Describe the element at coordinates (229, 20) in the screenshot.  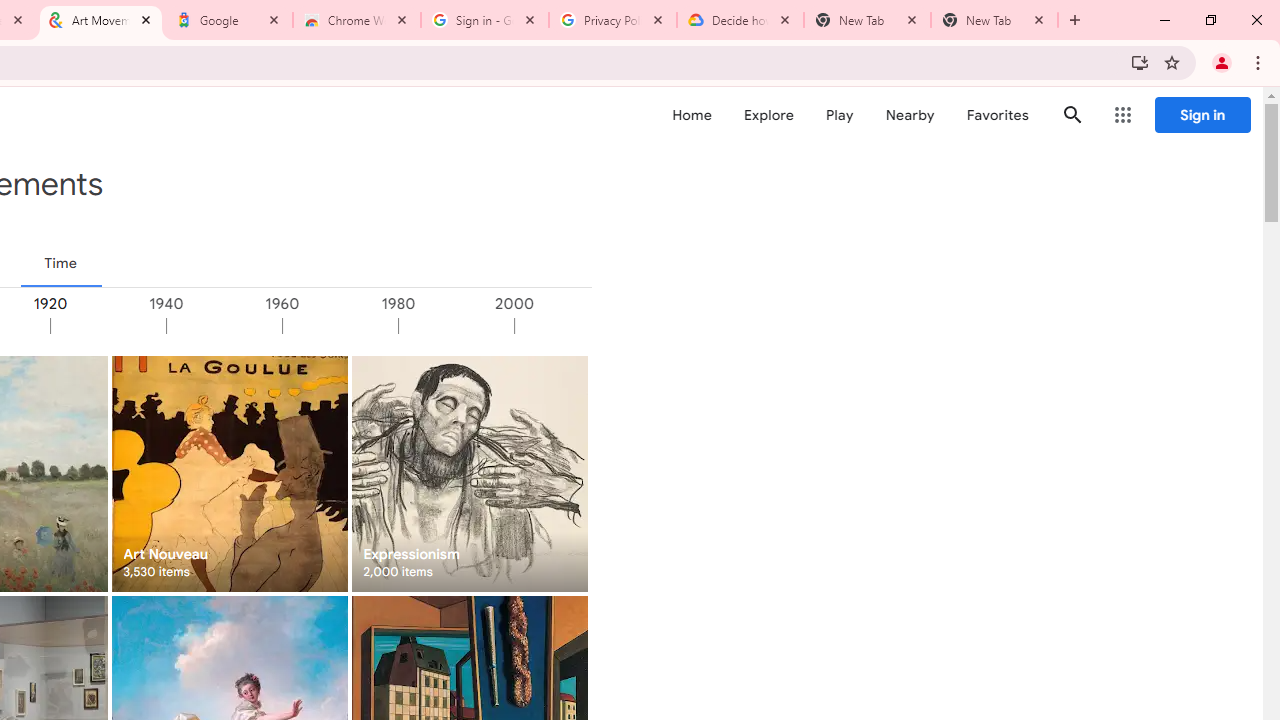
I see `'Google'` at that location.